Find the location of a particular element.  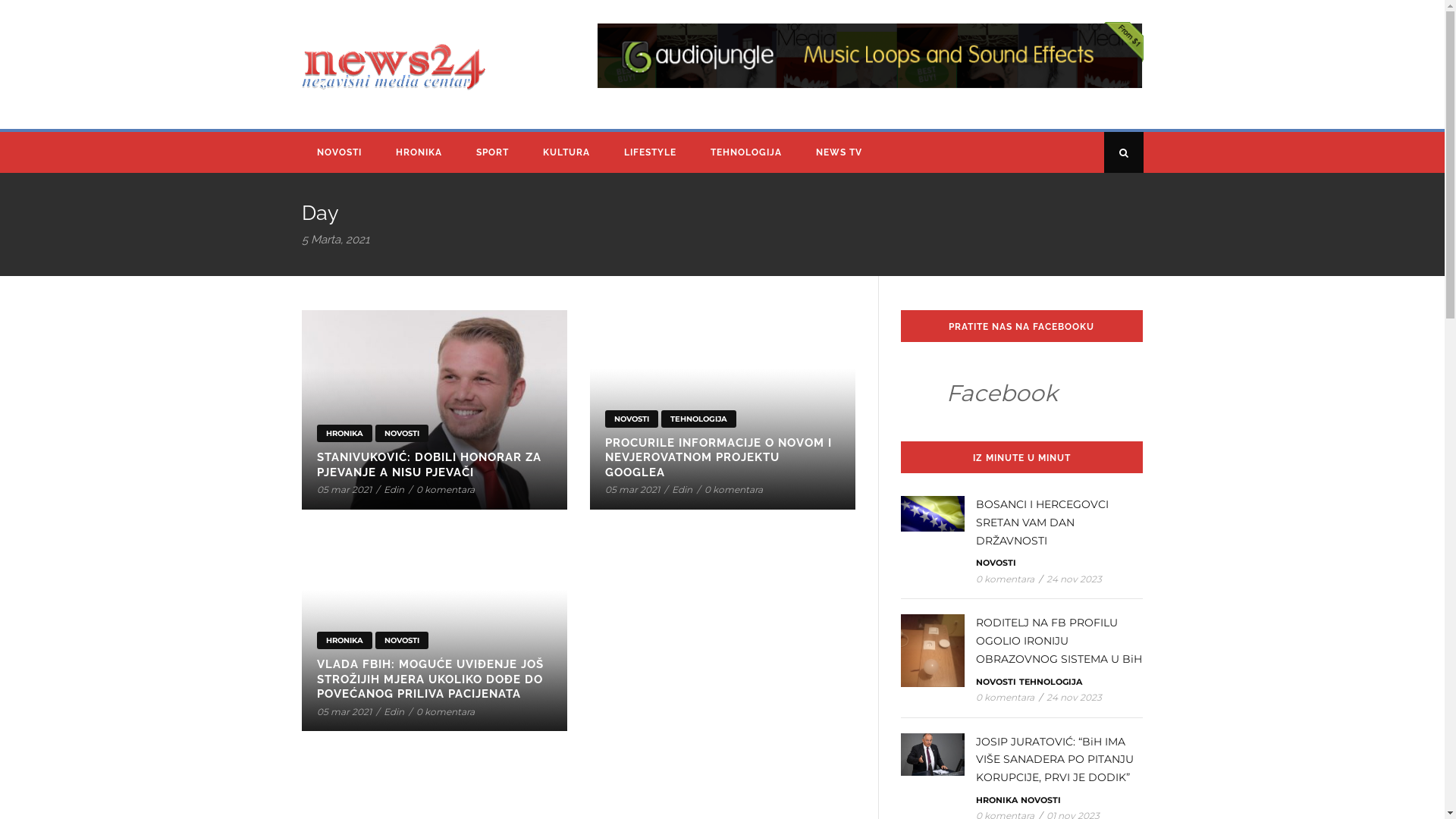

'0 komentara' is located at coordinates (444, 489).